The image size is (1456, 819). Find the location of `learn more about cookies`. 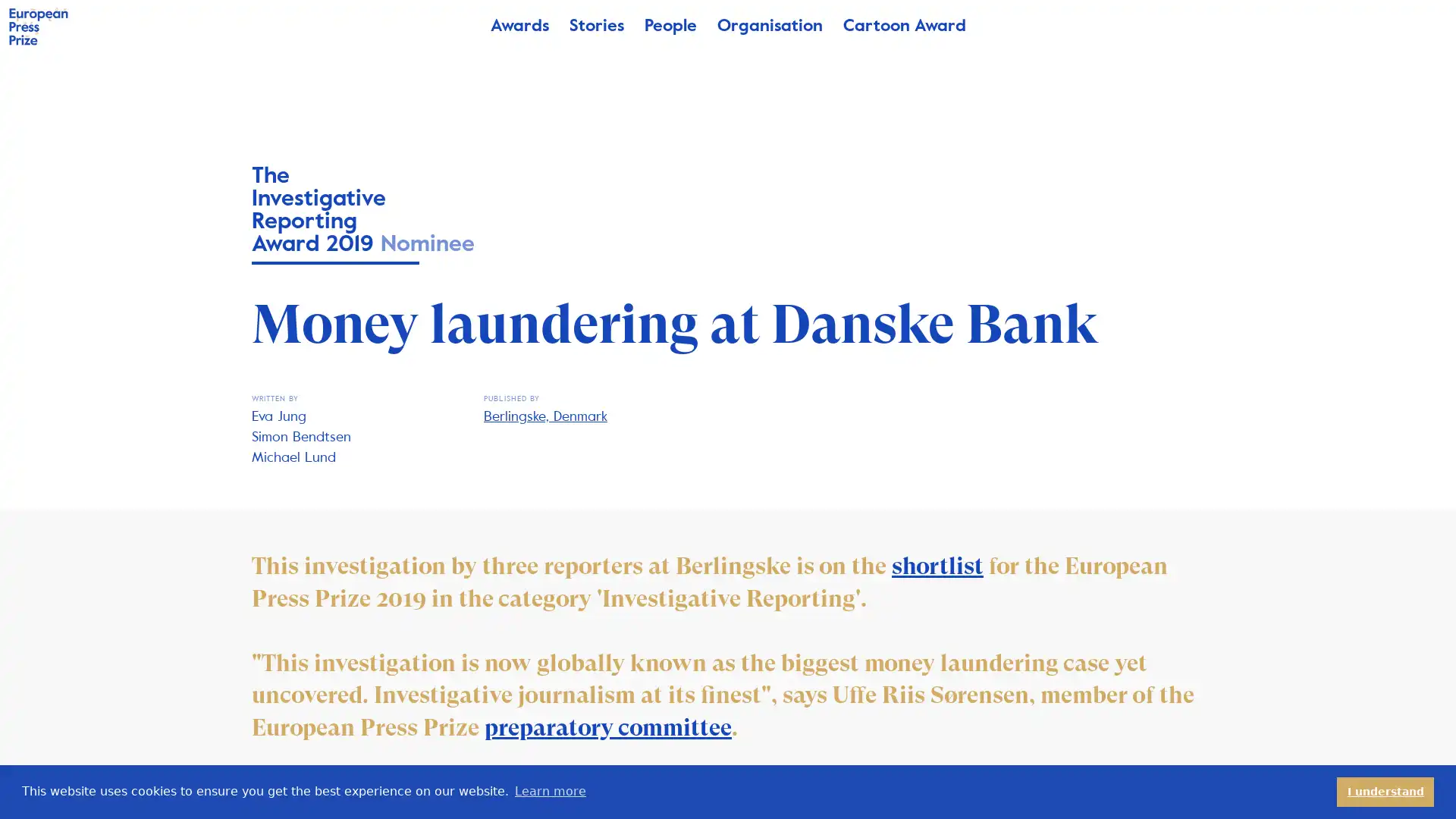

learn more about cookies is located at coordinates (549, 791).